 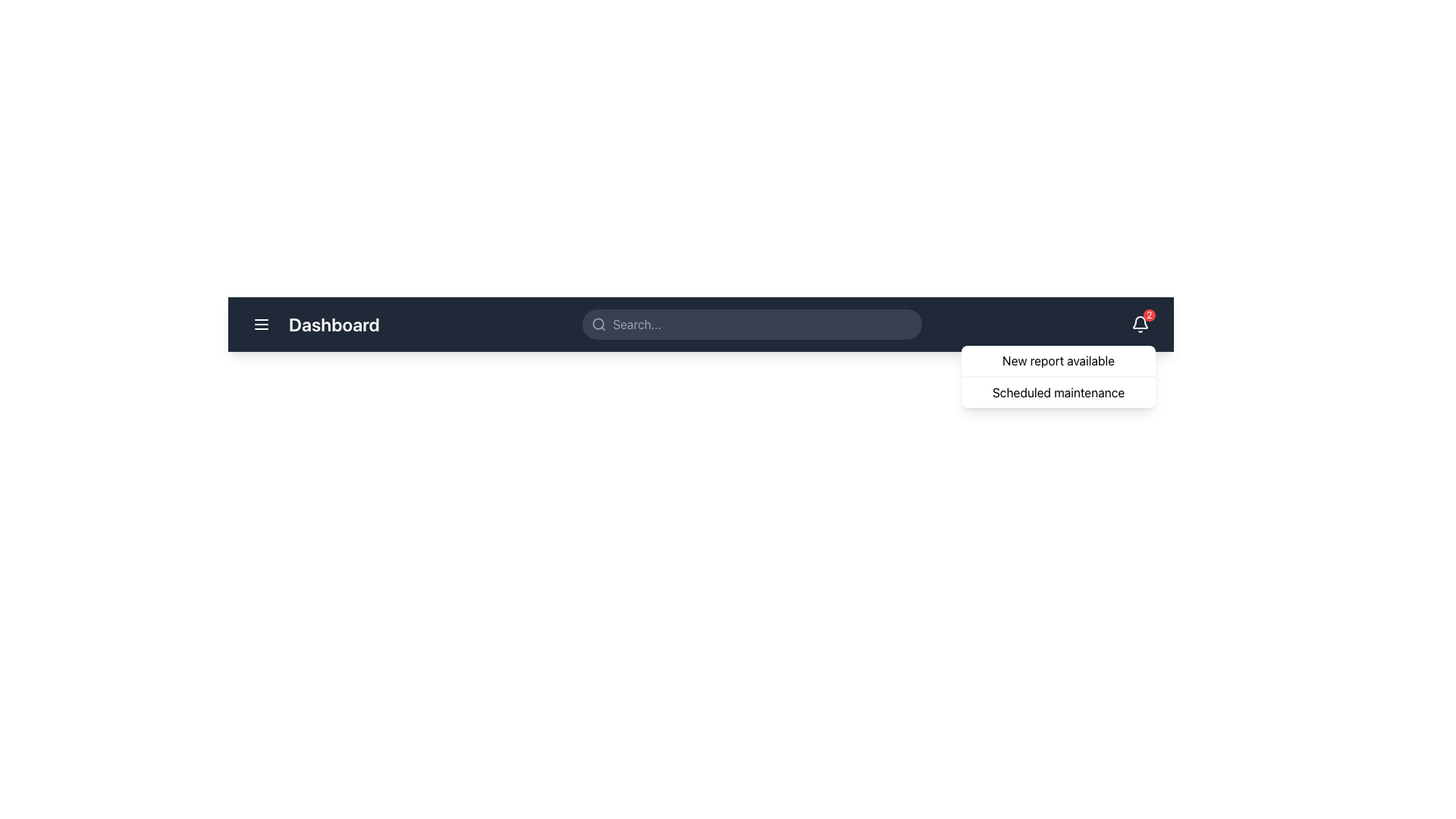 I want to click on the bell-shaped icon on the dark top navigation bar, which is styled with a white stroke and has a red notification badge at its upper right edge, so click(x=1140, y=322).